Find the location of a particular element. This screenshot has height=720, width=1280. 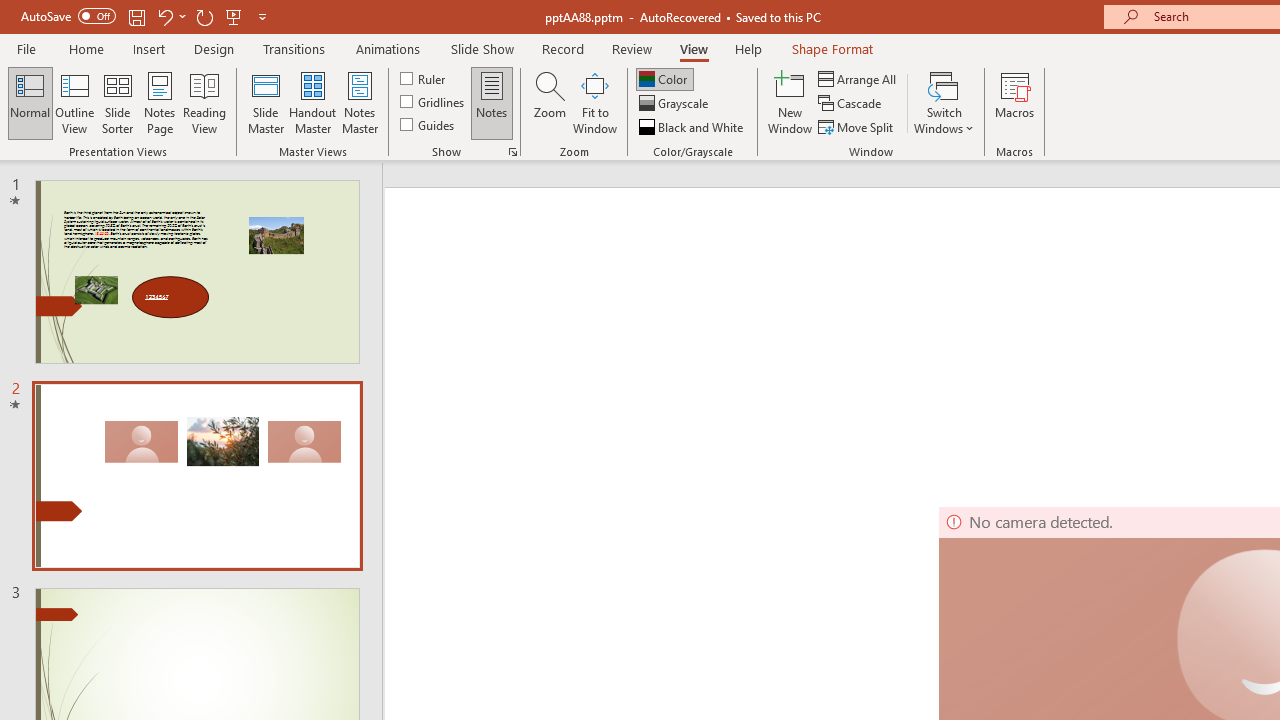

'Fit to Window' is located at coordinates (594, 103).